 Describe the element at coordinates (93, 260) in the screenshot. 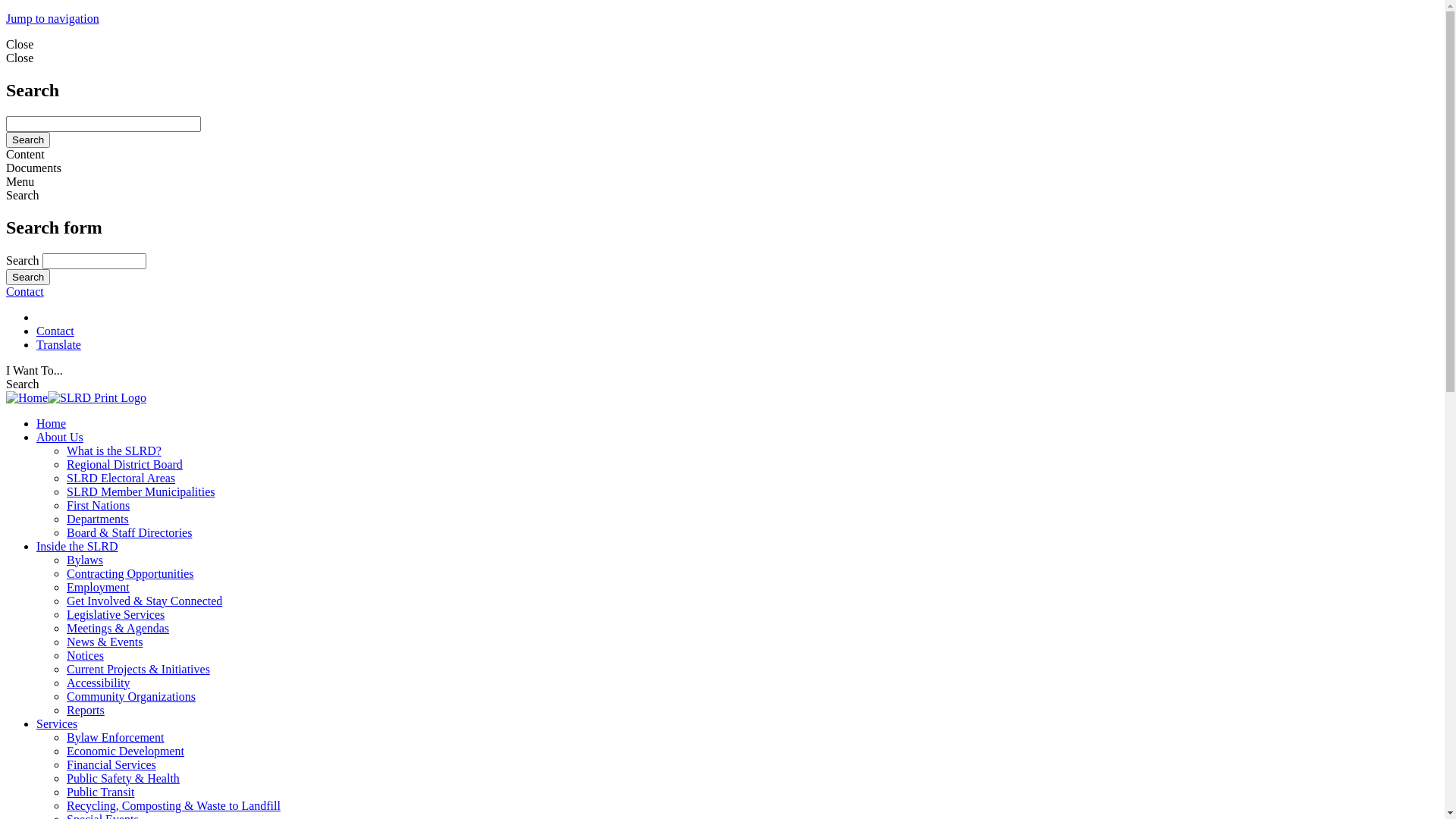

I see `'Enter the terms you wish to search for.'` at that location.